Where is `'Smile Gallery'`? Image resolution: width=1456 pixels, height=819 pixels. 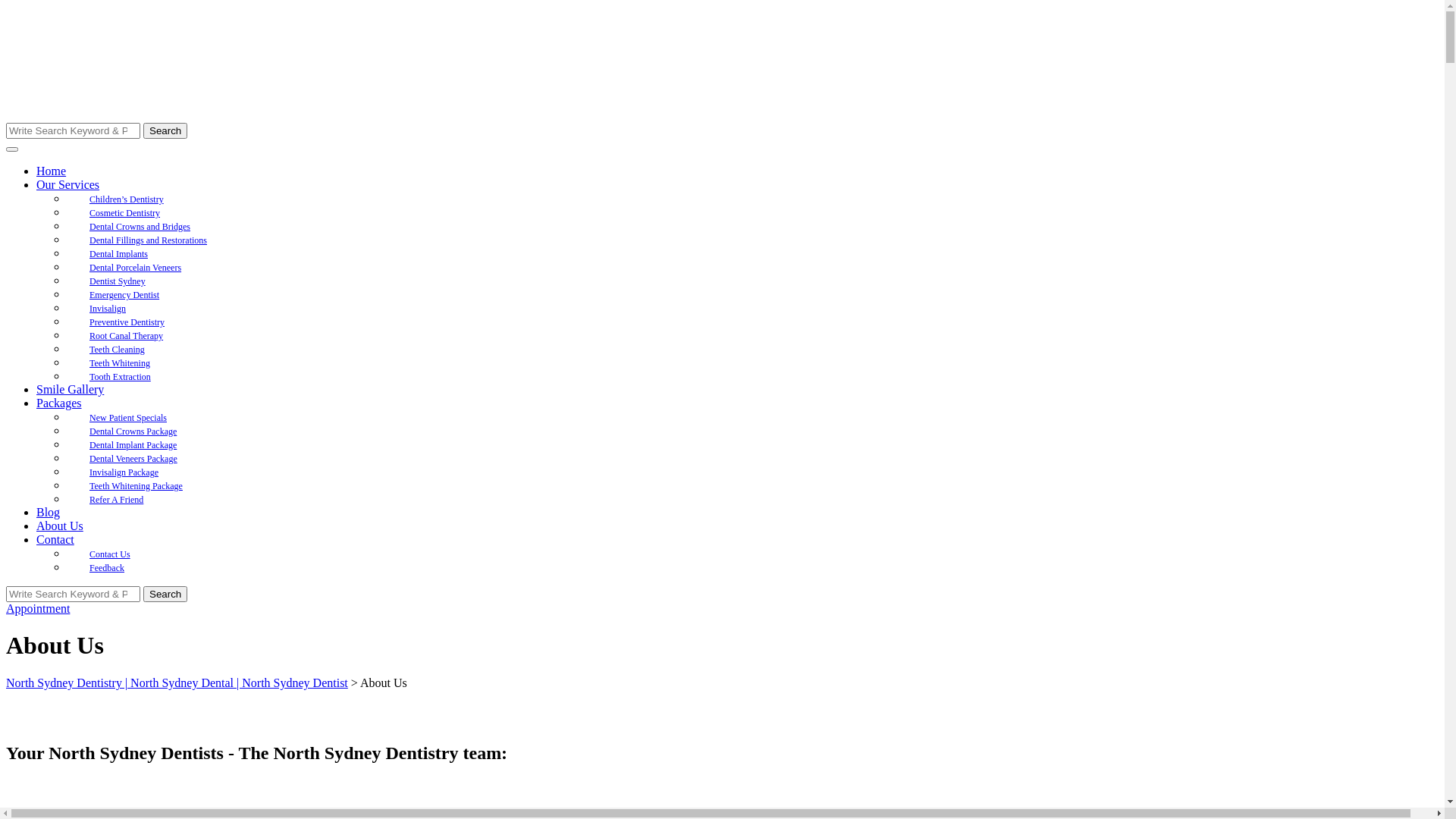 'Smile Gallery' is located at coordinates (69, 388).